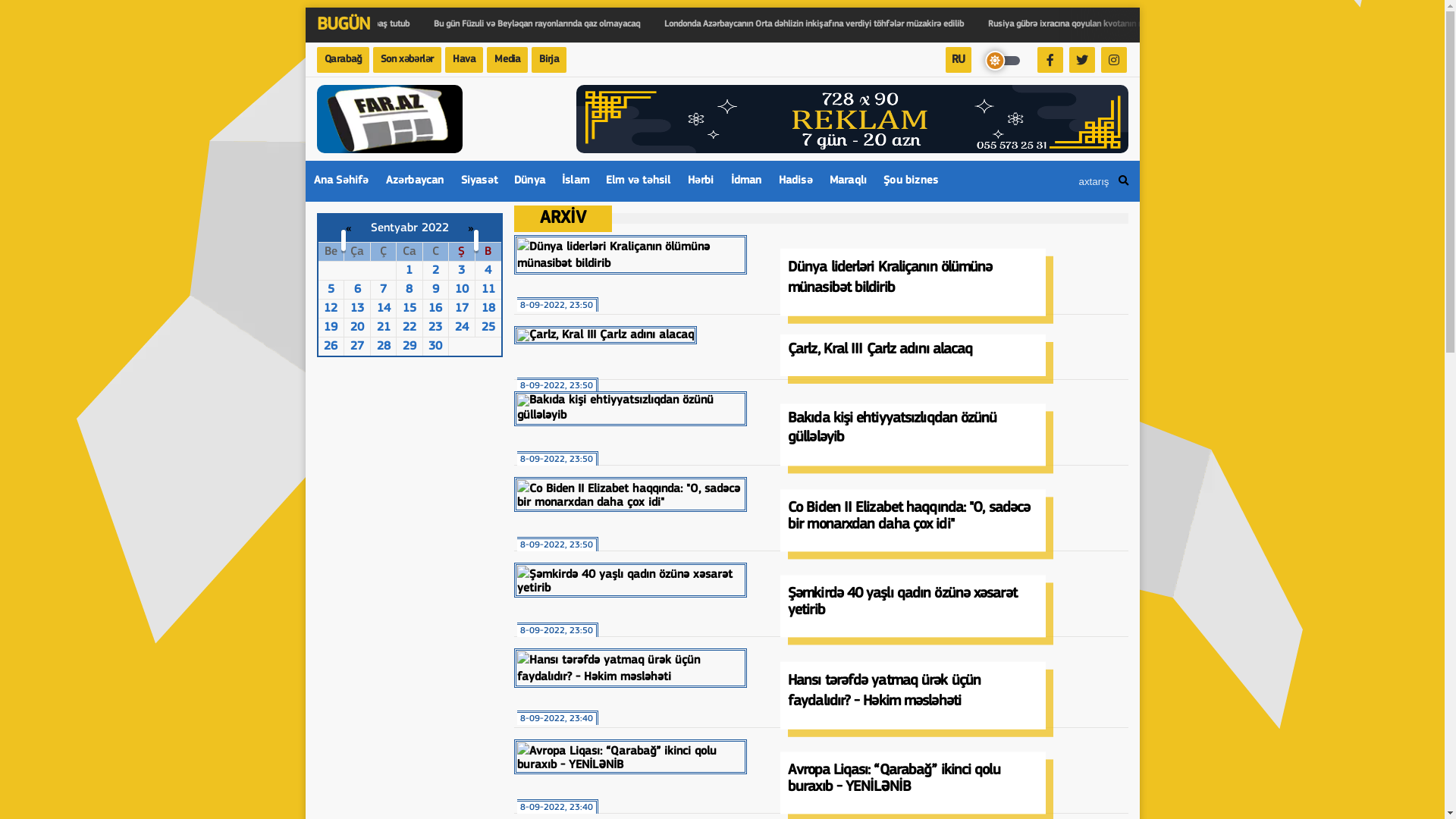 The width and height of the screenshot is (1456, 819). Describe the element at coordinates (405, 289) in the screenshot. I see `'8'` at that location.